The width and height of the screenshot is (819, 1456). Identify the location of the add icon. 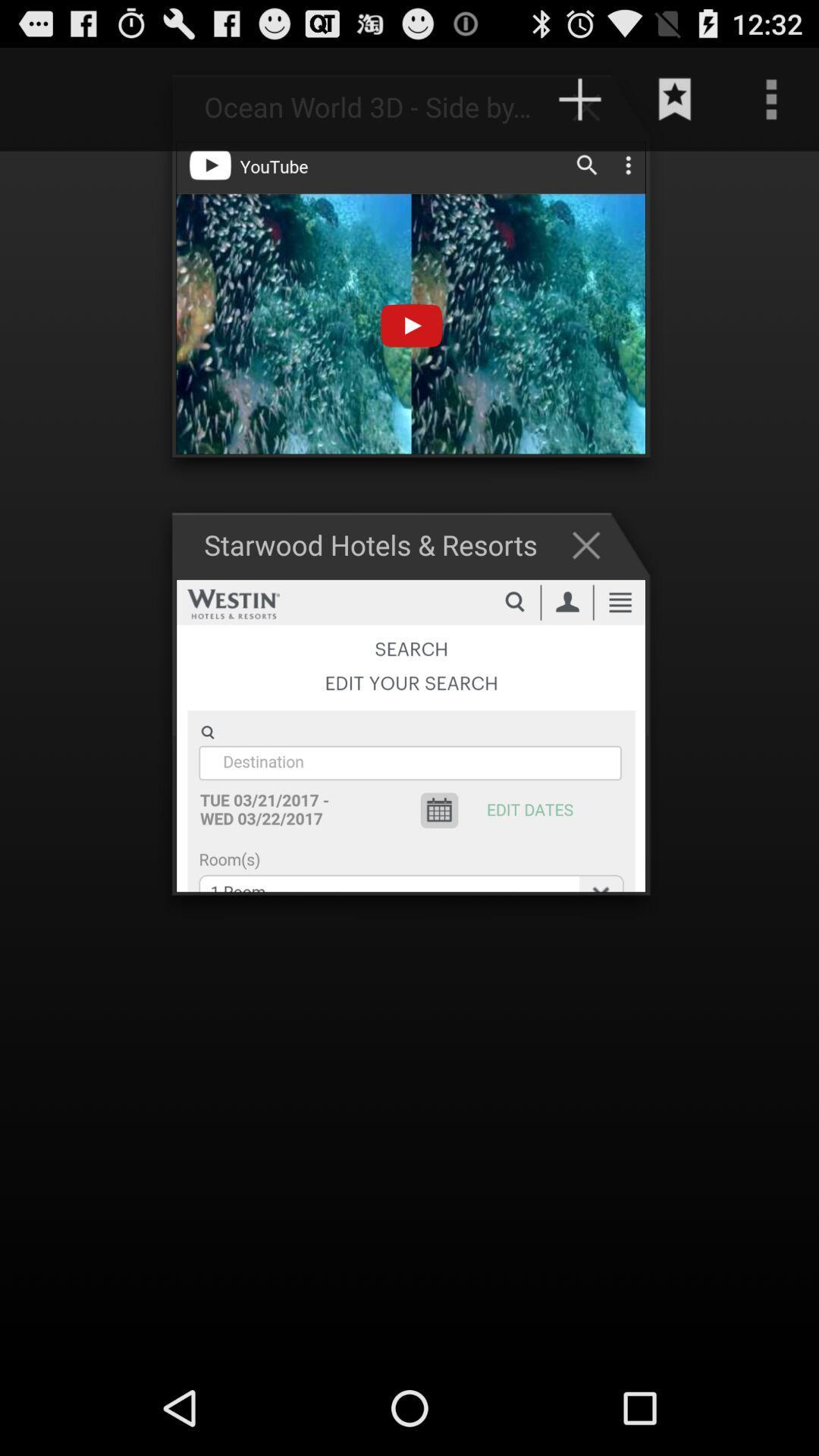
(579, 105).